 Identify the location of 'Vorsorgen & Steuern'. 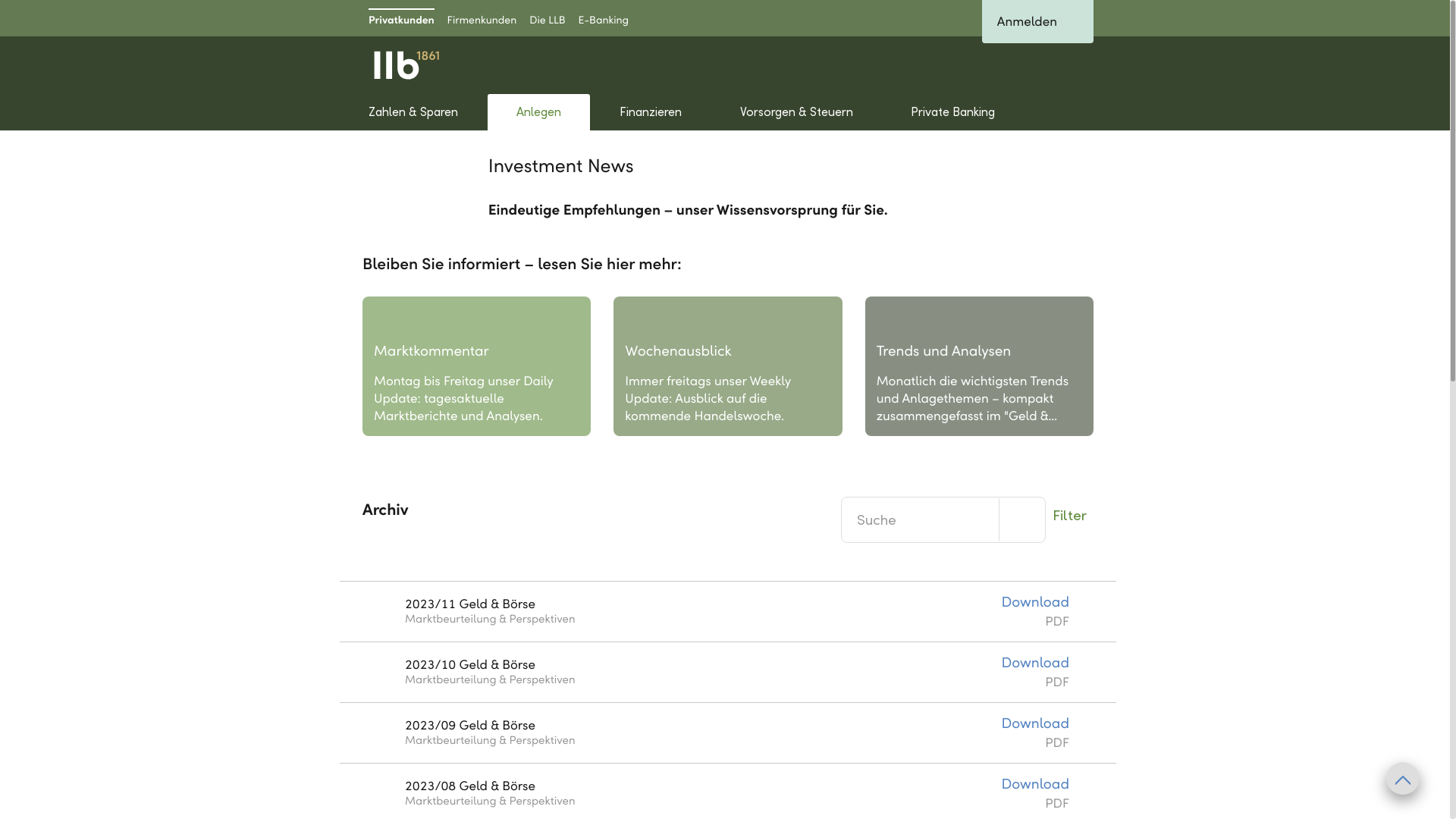
(795, 111).